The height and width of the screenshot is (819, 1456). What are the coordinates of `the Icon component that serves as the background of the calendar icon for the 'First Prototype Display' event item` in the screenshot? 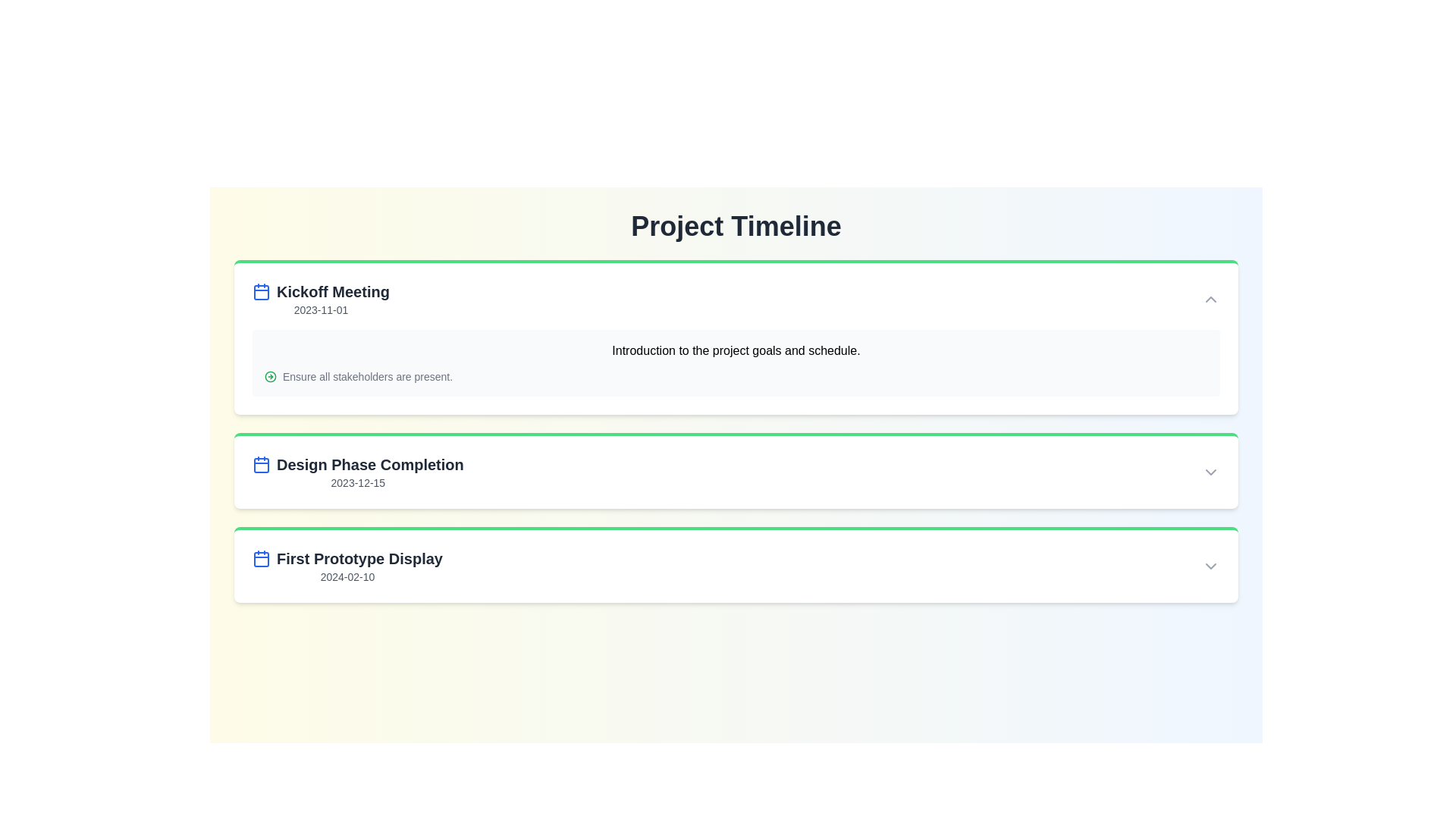 It's located at (262, 559).